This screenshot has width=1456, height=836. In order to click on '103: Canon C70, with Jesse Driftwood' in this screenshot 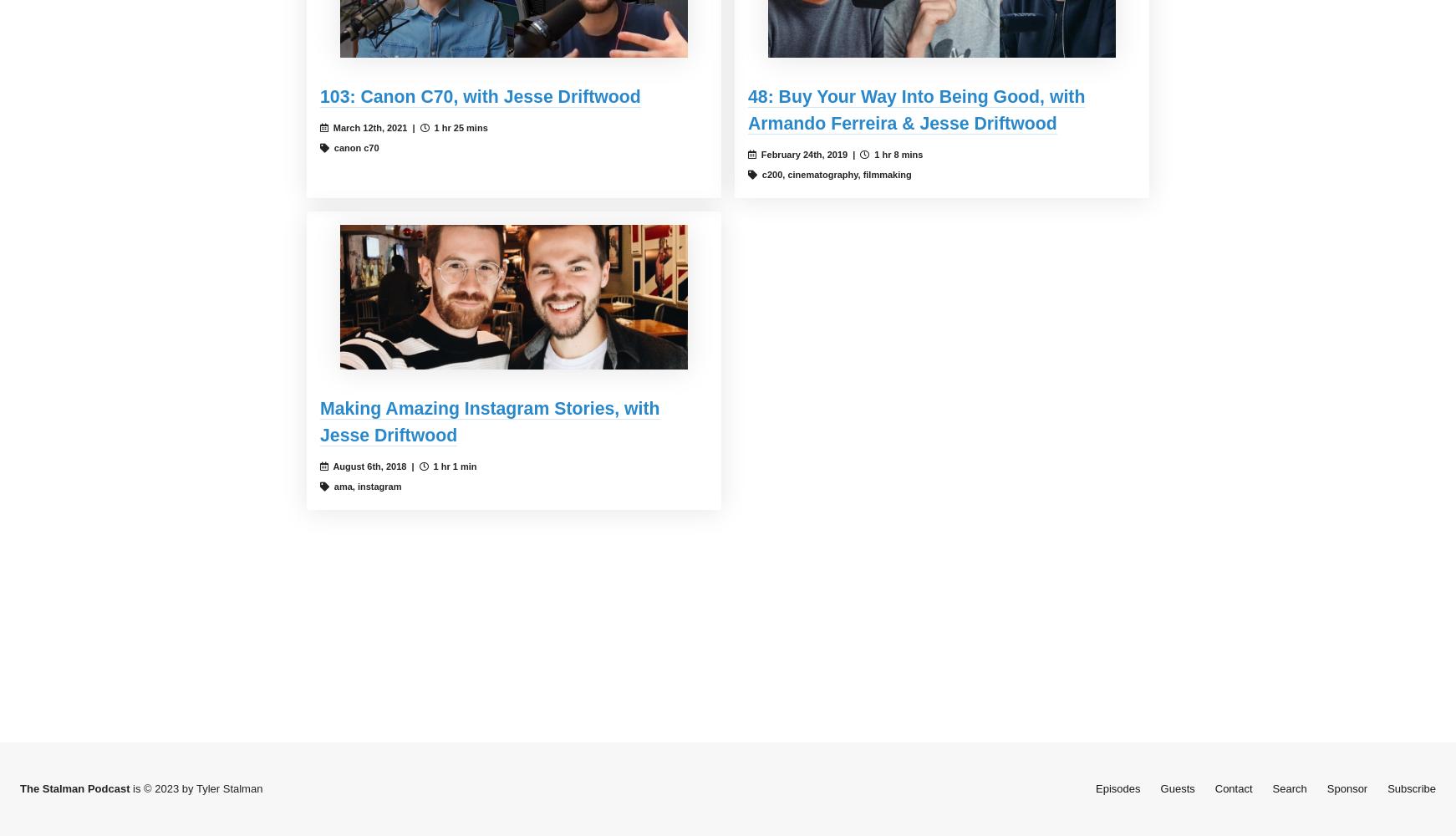, I will do `click(480, 96)`.